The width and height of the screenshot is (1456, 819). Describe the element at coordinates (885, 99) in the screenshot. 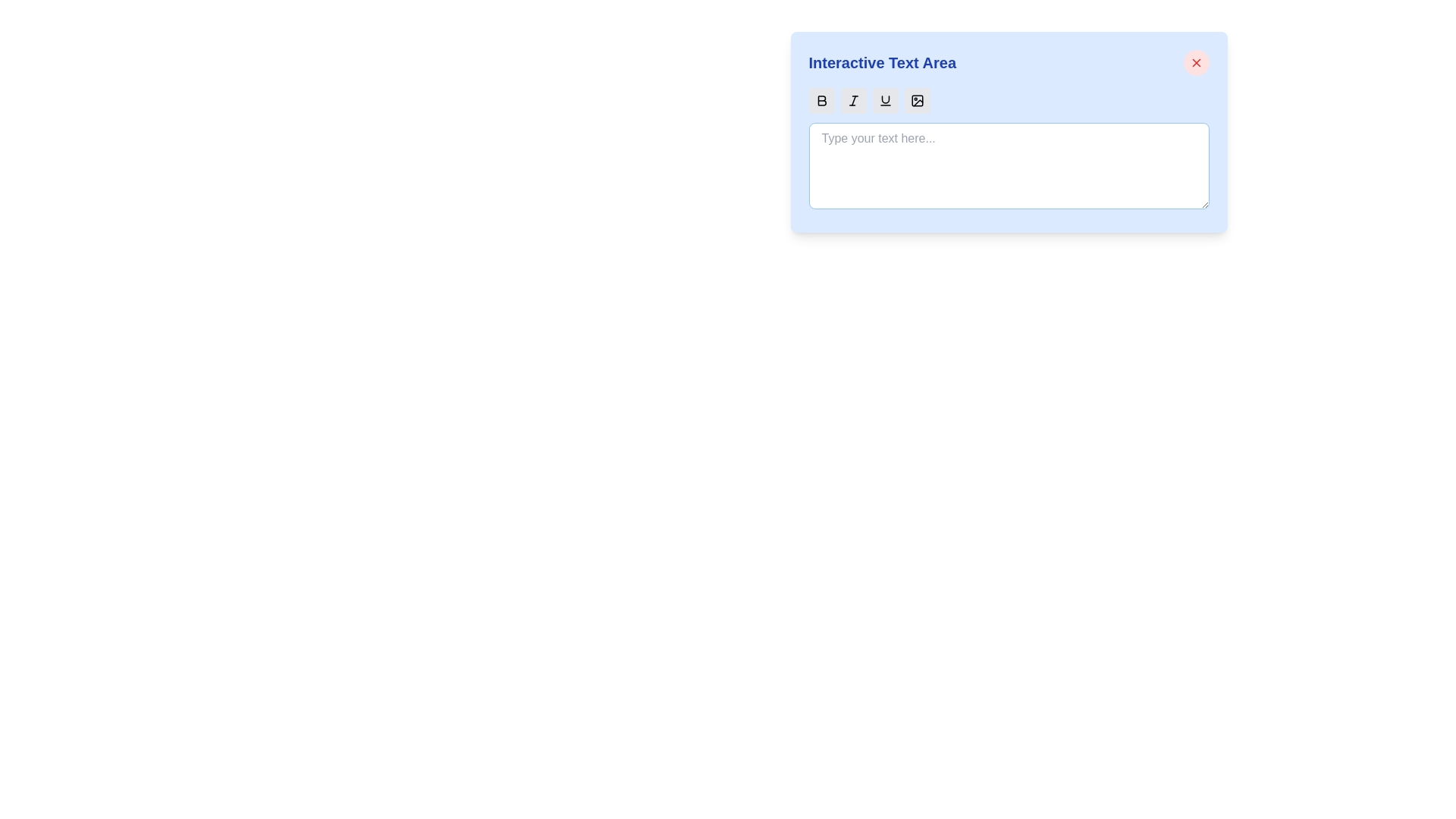

I see `the underline icon, which is part of the formatting options in the interactive toolbar located in the blue box titled 'Interactive Text Area'` at that location.